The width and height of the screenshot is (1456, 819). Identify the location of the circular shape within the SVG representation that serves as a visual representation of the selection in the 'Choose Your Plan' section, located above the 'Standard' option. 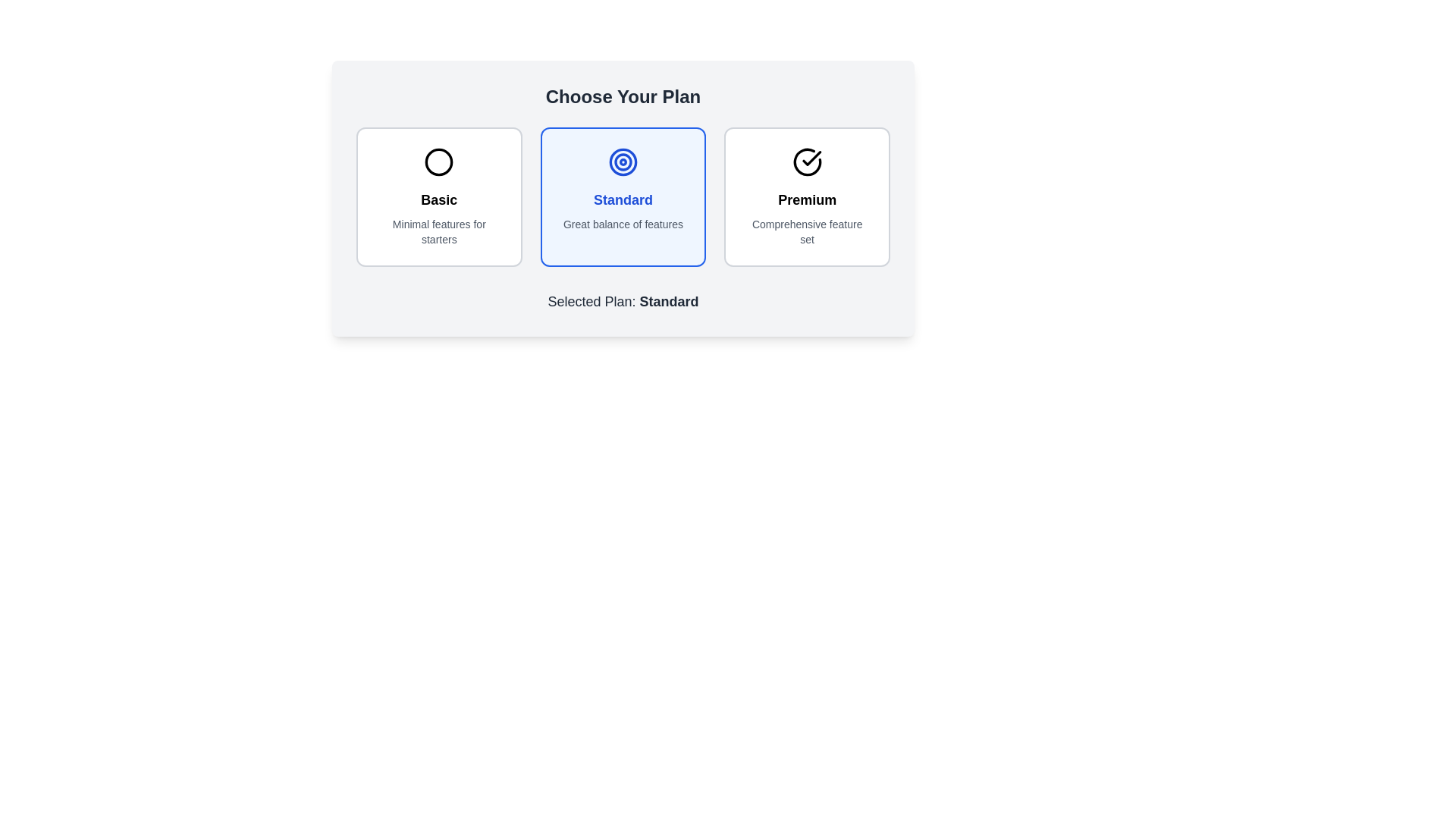
(623, 162).